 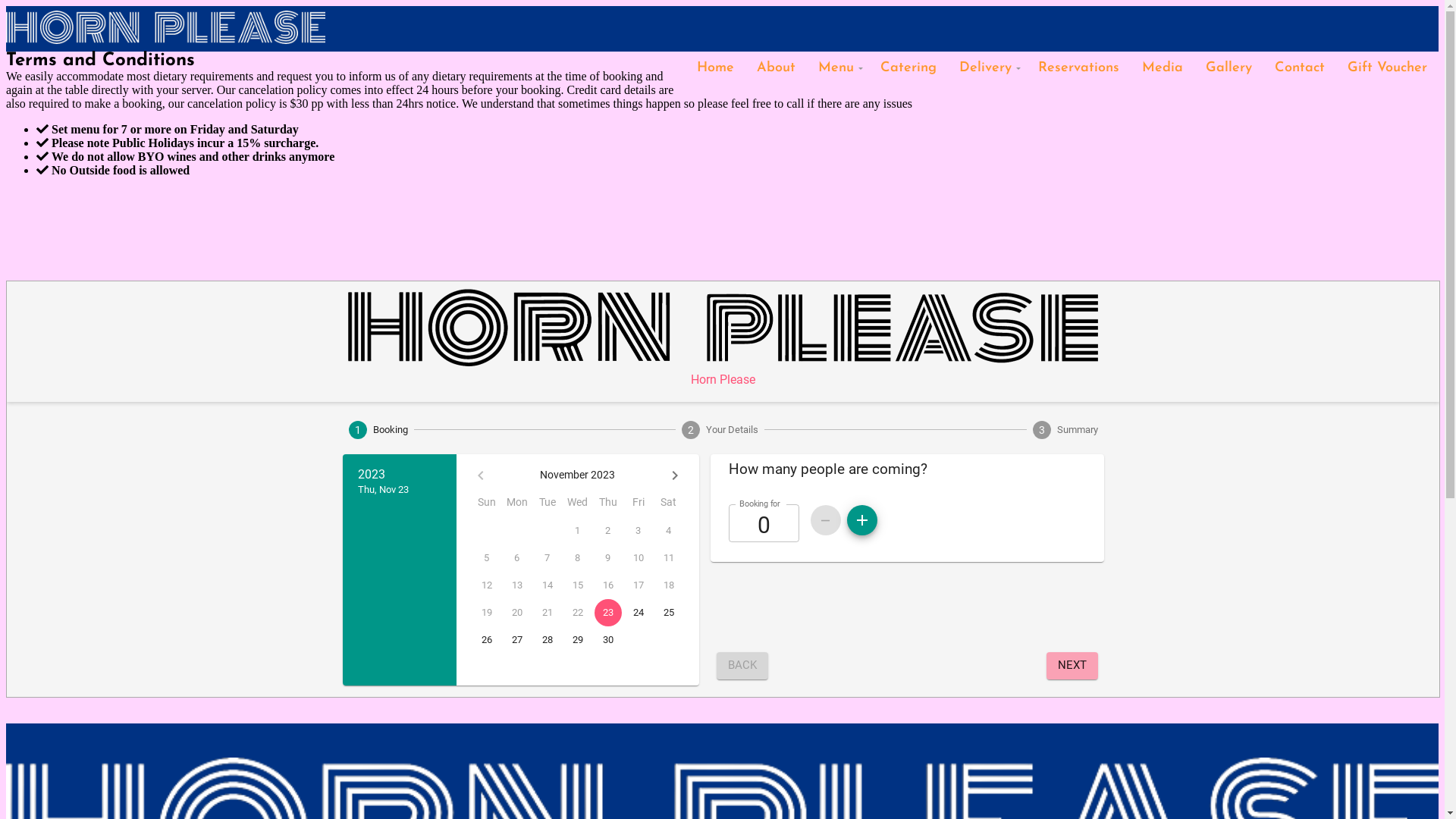 What do you see at coordinates (714, 67) in the screenshot?
I see `'Home'` at bounding box center [714, 67].